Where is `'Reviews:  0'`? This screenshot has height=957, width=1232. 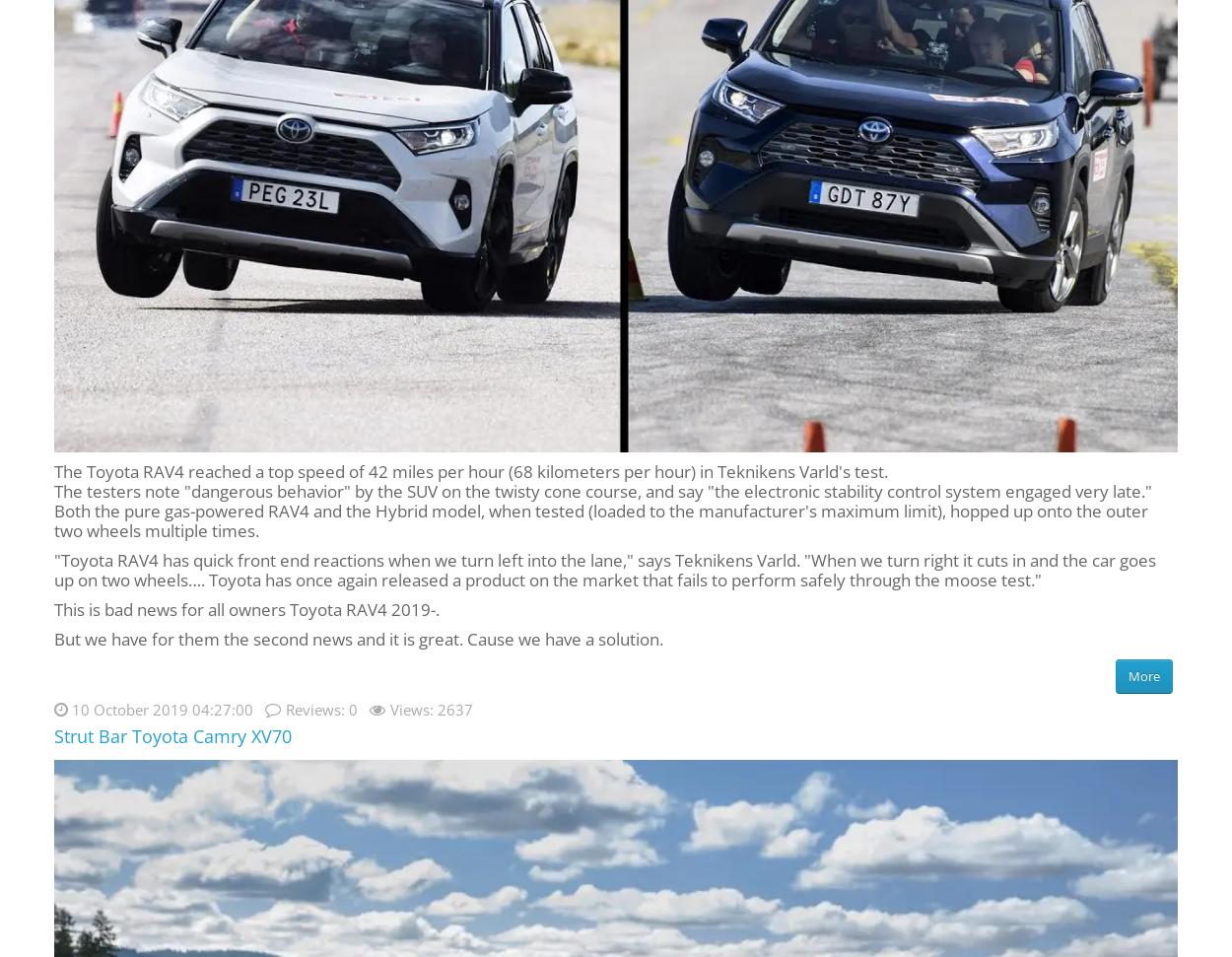
'Reviews:  0' is located at coordinates (320, 708).